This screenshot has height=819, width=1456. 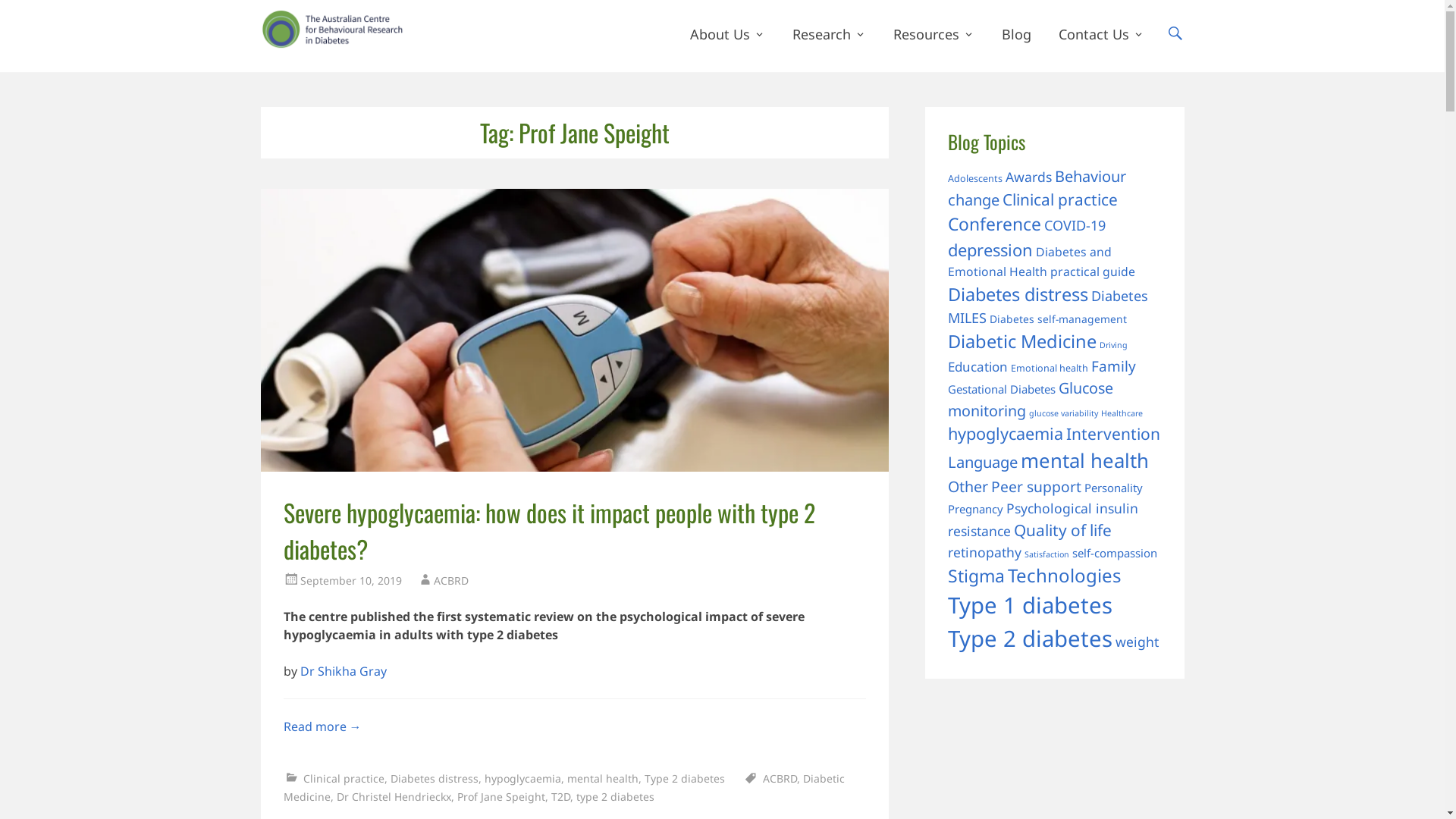 I want to click on 'Glucose monitoring', so click(x=946, y=398).